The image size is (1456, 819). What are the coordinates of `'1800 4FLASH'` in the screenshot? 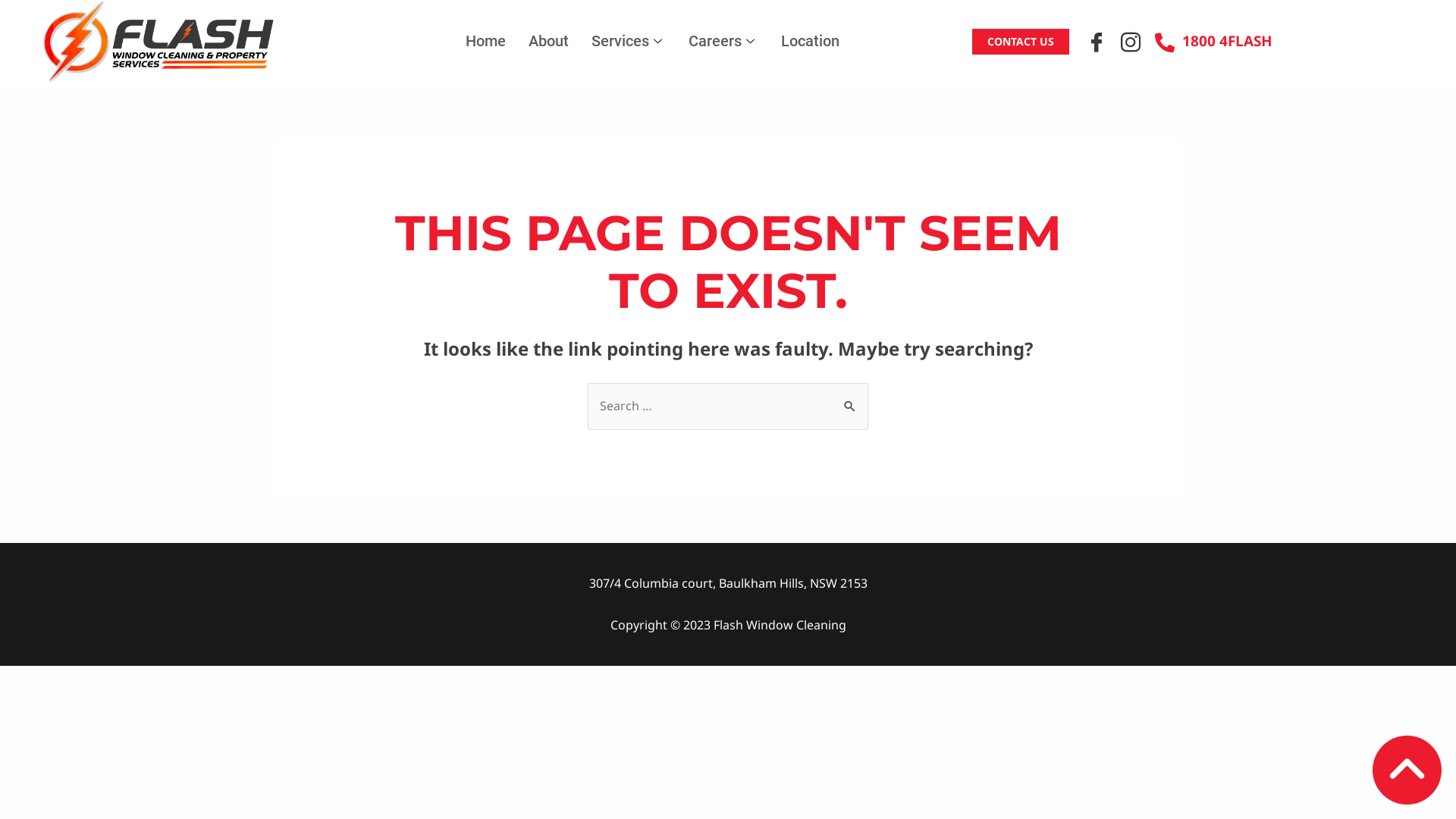 It's located at (1213, 40).